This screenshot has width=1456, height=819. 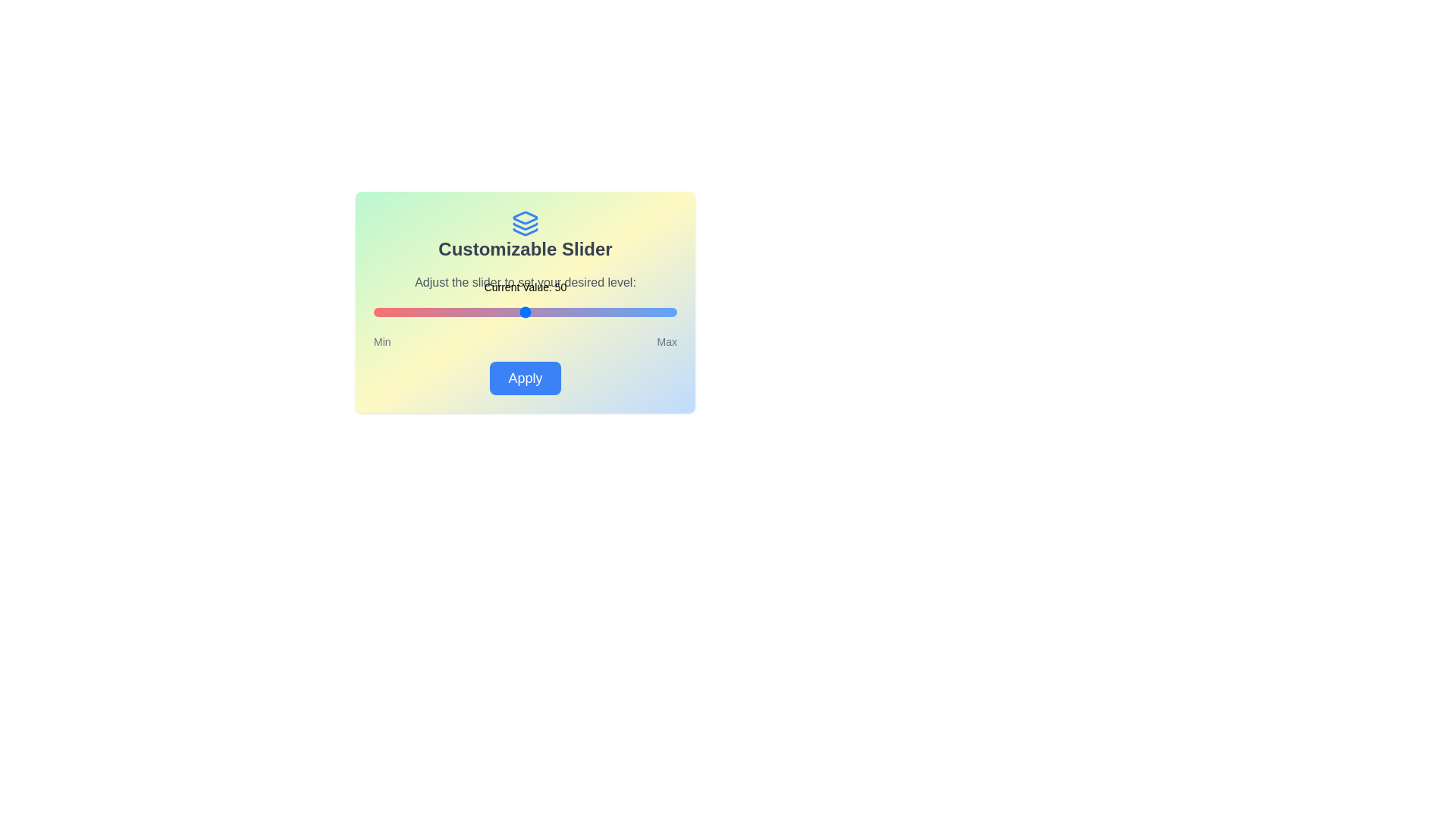 I want to click on the slider to set its value to 0, so click(x=374, y=312).